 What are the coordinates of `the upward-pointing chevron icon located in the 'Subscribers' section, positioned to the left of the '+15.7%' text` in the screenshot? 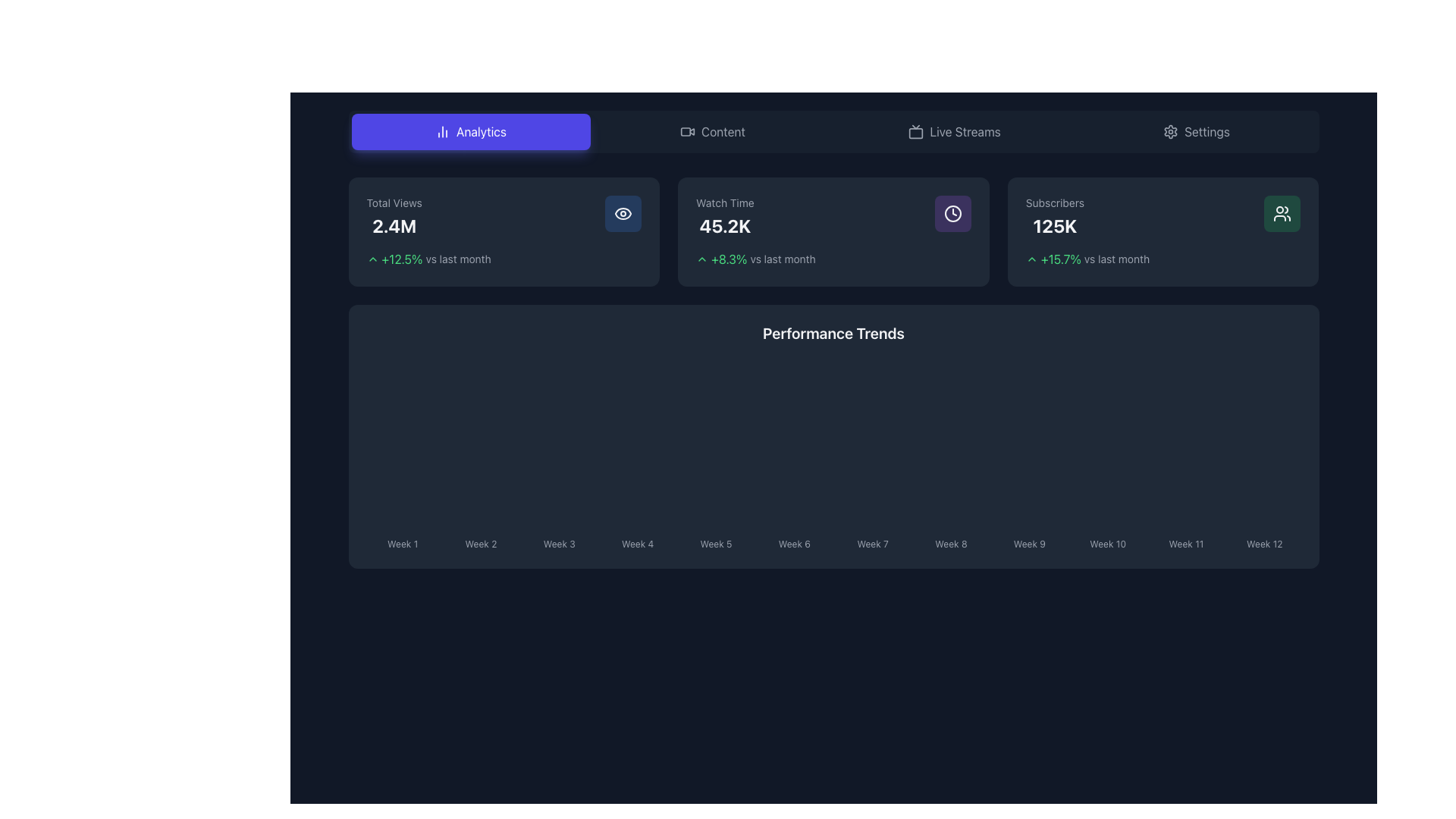 It's located at (1031, 259).